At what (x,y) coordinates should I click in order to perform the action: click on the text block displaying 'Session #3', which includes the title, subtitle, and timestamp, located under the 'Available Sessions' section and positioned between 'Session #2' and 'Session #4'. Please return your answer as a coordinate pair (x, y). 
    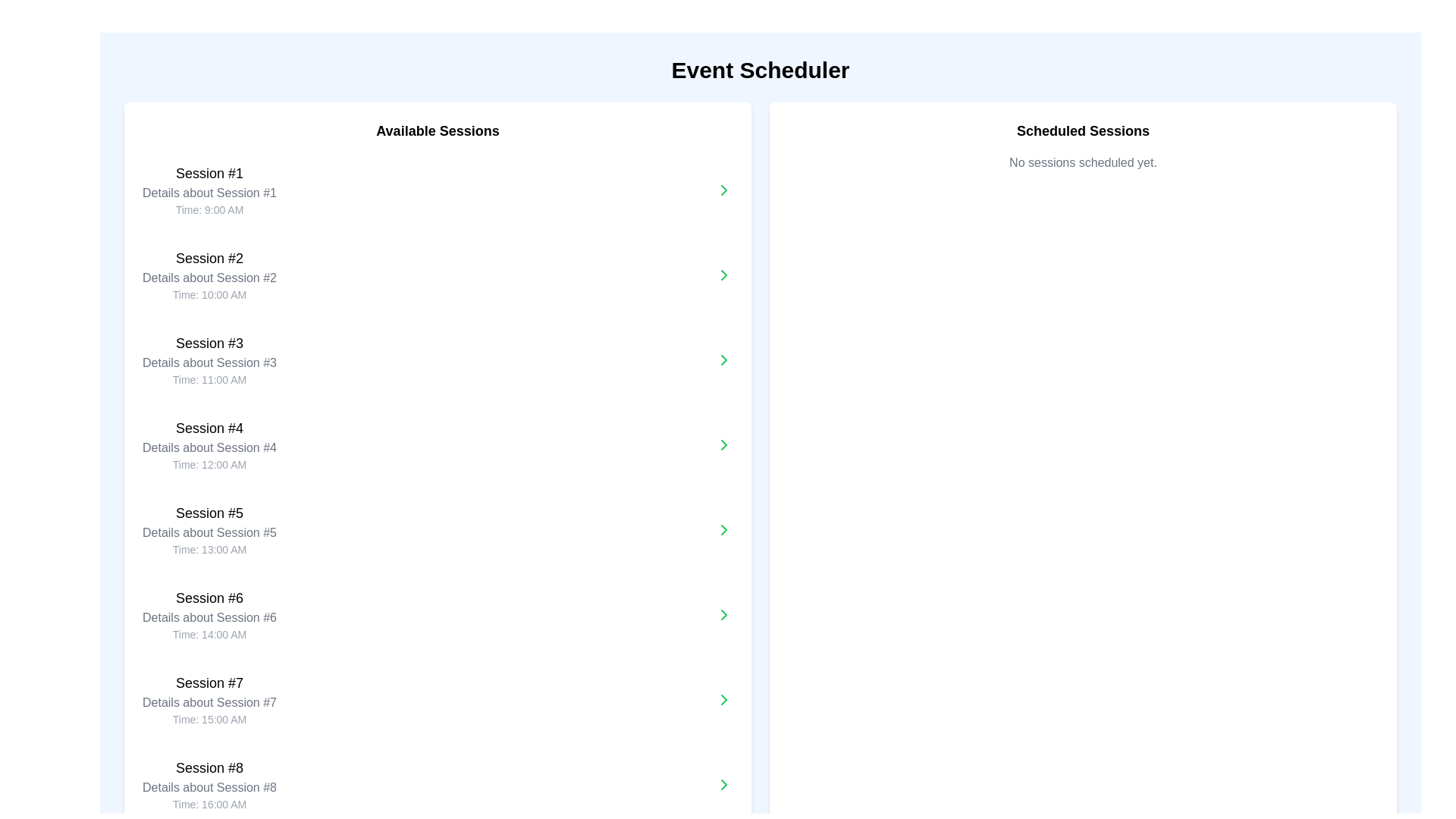
    Looking at the image, I should click on (209, 359).